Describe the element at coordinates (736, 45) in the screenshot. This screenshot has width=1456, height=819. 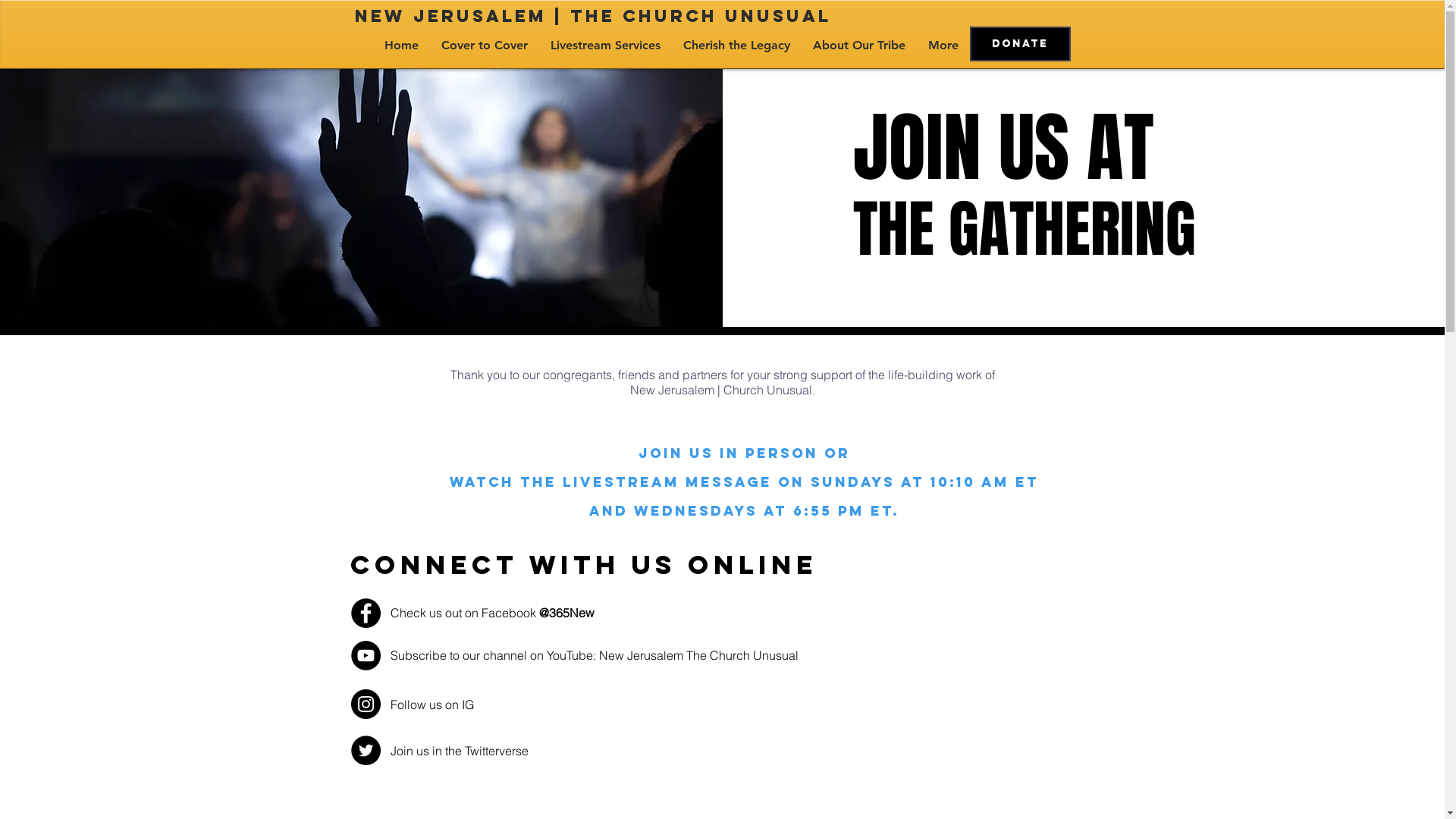
I see `'Cherish the Legacy'` at that location.